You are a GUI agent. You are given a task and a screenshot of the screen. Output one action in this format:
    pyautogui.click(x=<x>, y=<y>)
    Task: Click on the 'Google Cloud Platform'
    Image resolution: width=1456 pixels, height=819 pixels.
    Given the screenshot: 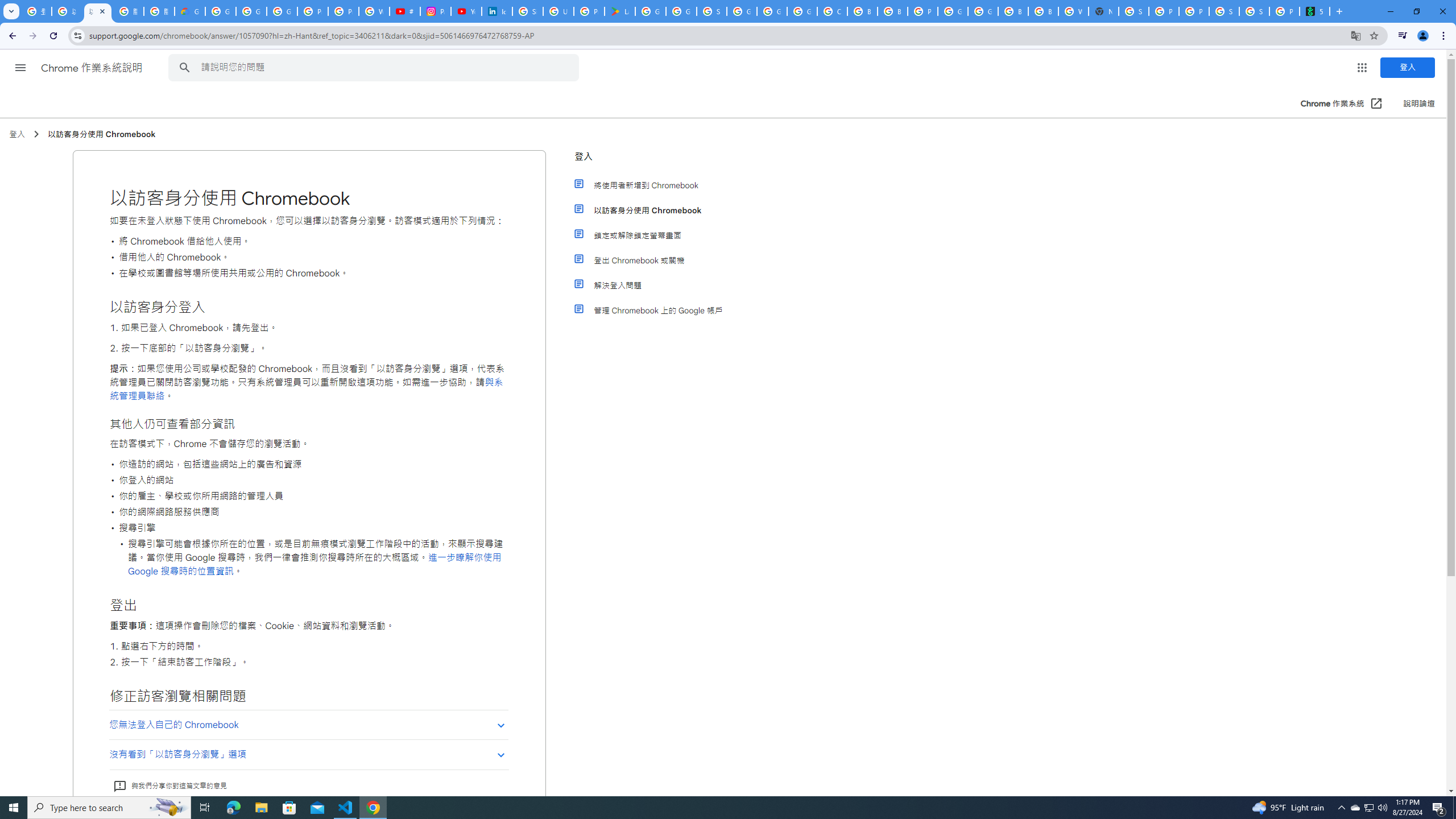 What is the action you would take?
    pyautogui.click(x=953, y=11)
    